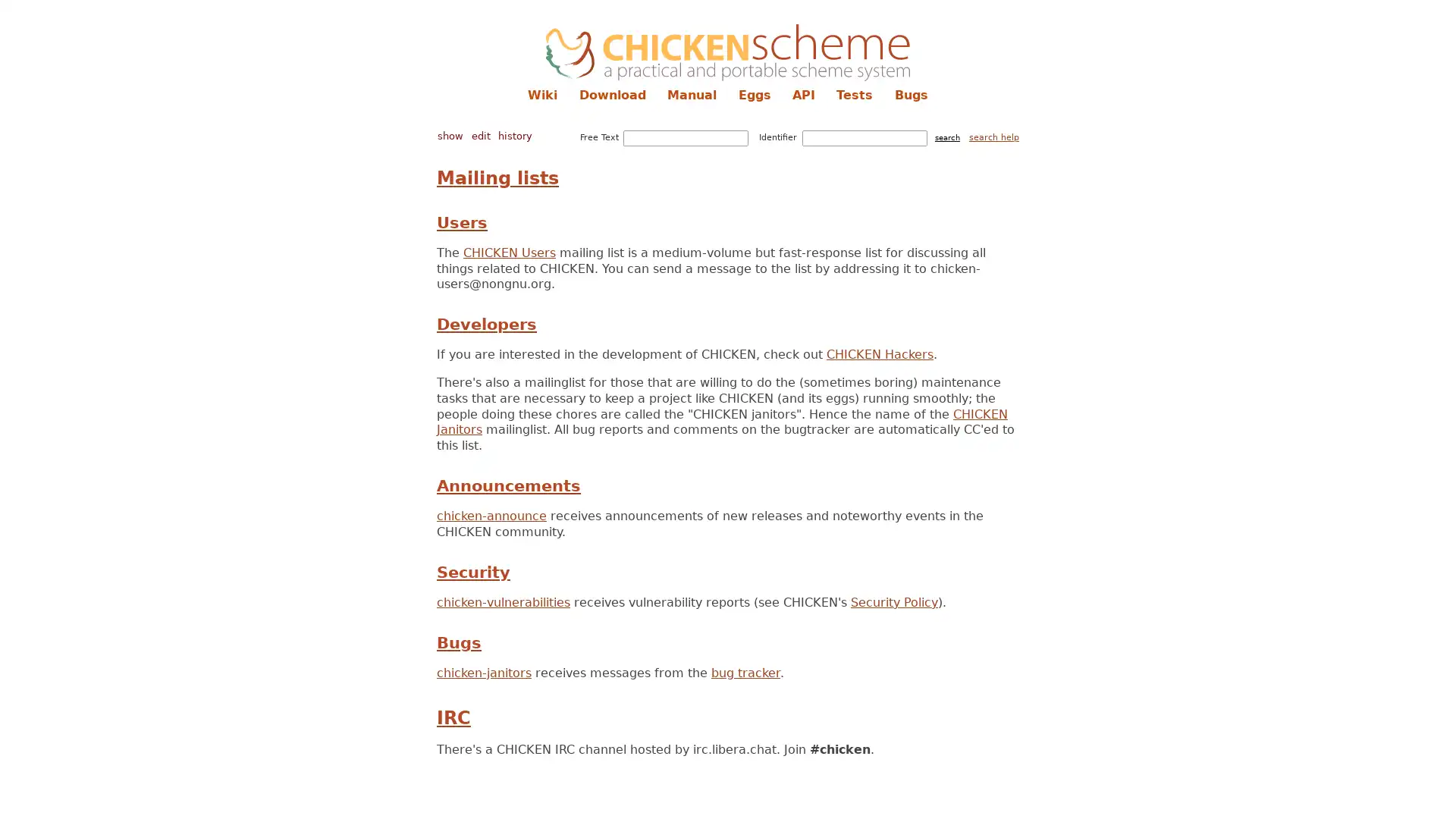 The image size is (1456, 819). What do you see at coordinates (946, 137) in the screenshot?
I see `search` at bounding box center [946, 137].